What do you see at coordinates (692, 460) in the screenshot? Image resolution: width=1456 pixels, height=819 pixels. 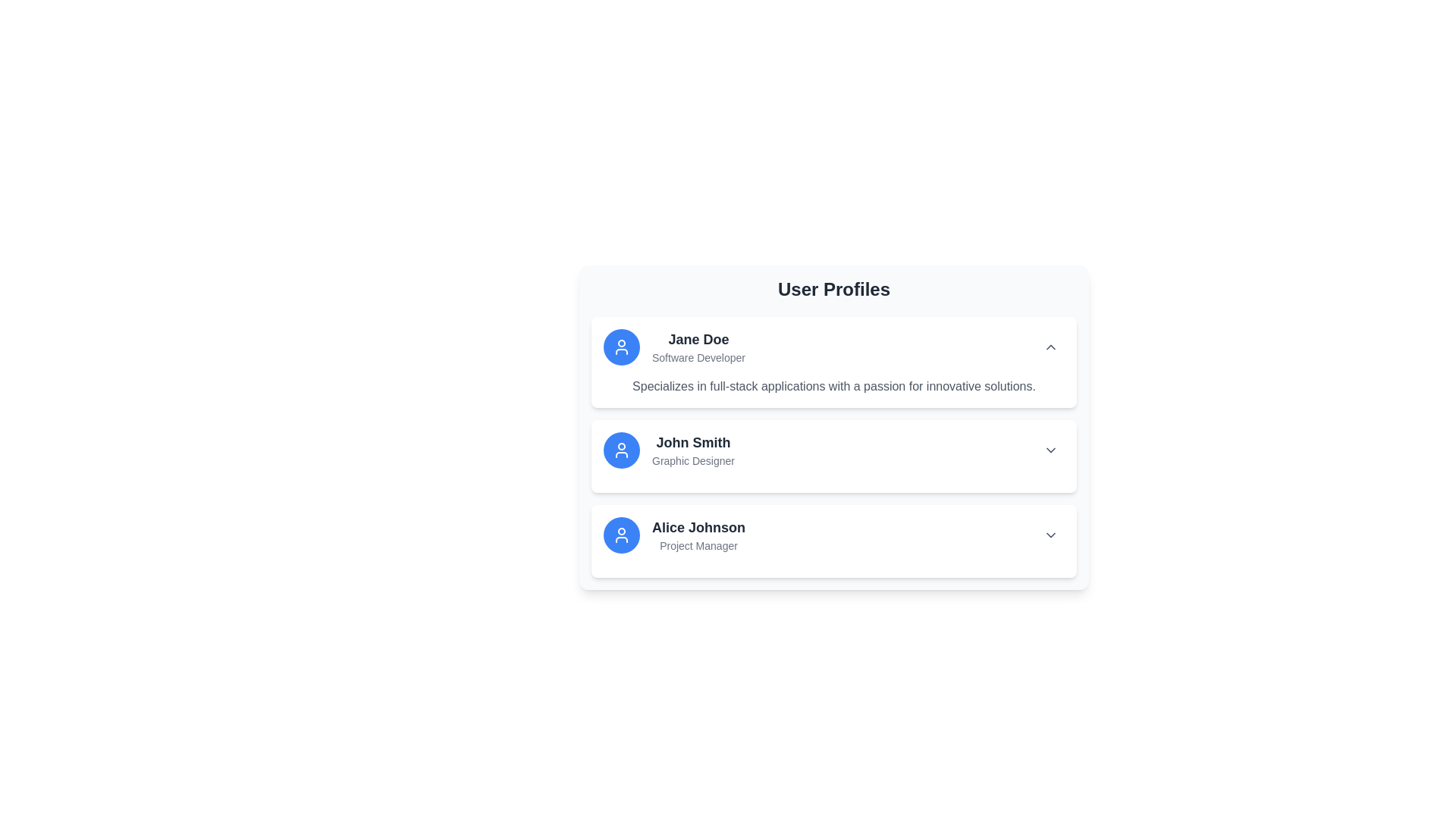 I see `the Static Text displaying the professional title 'Graphic Designer' of the individual 'John Smith' in the user profile card` at bounding box center [692, 460].